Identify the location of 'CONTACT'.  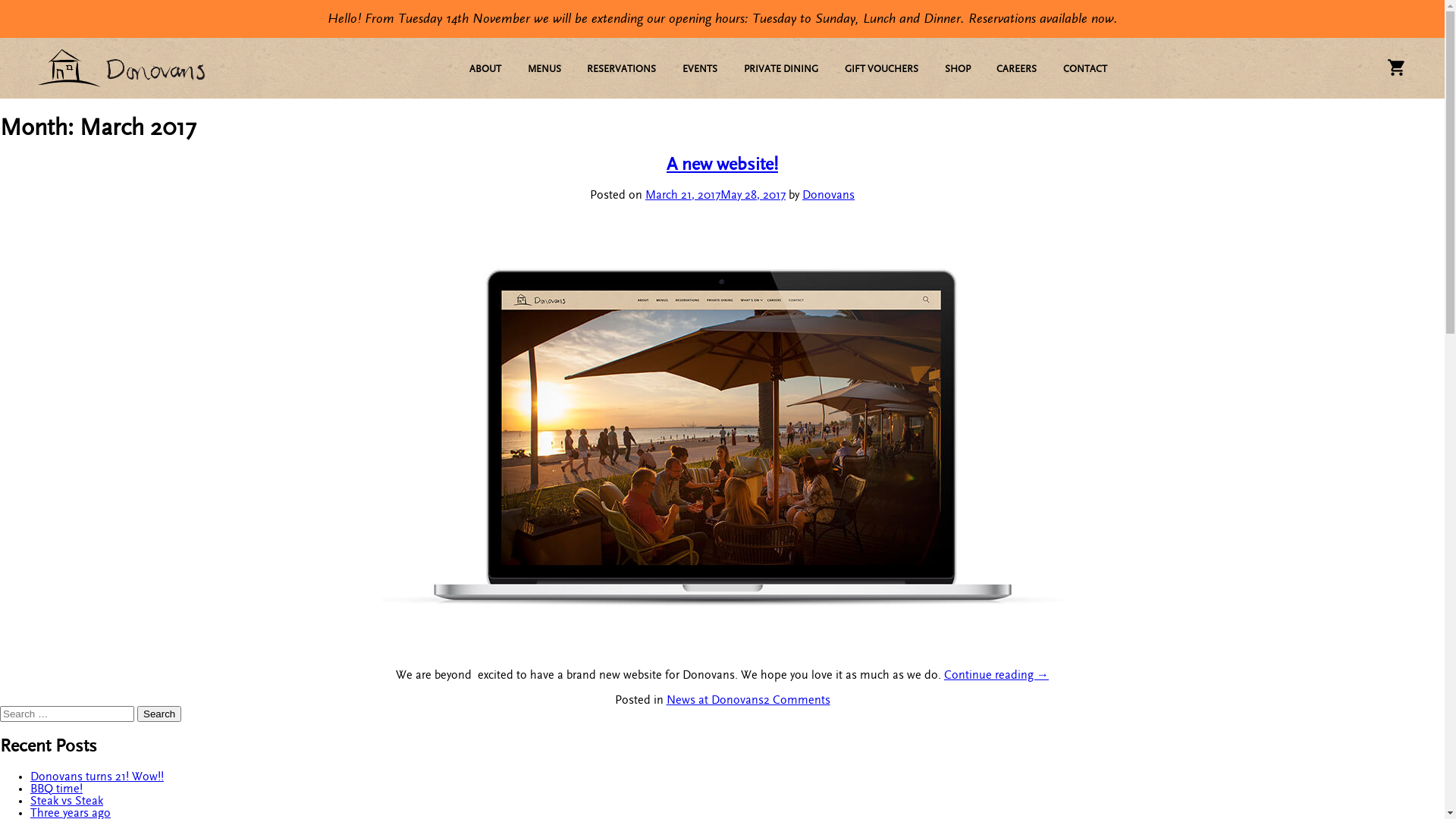
(1084, 69).